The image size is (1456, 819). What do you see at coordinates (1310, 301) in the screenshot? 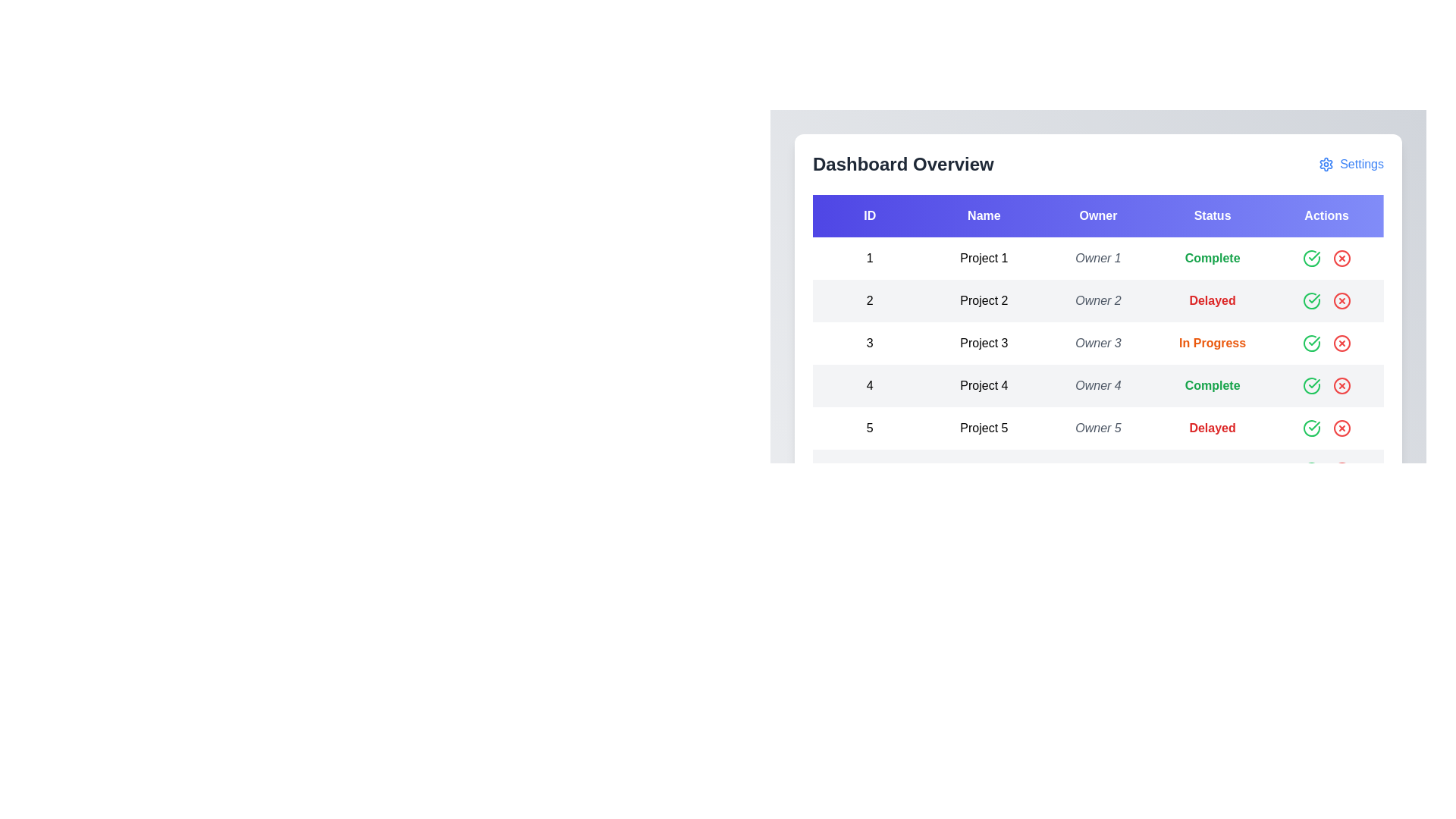
I see `green button in the actions column for the task with ID 2` at bounding box center [1310, 301].